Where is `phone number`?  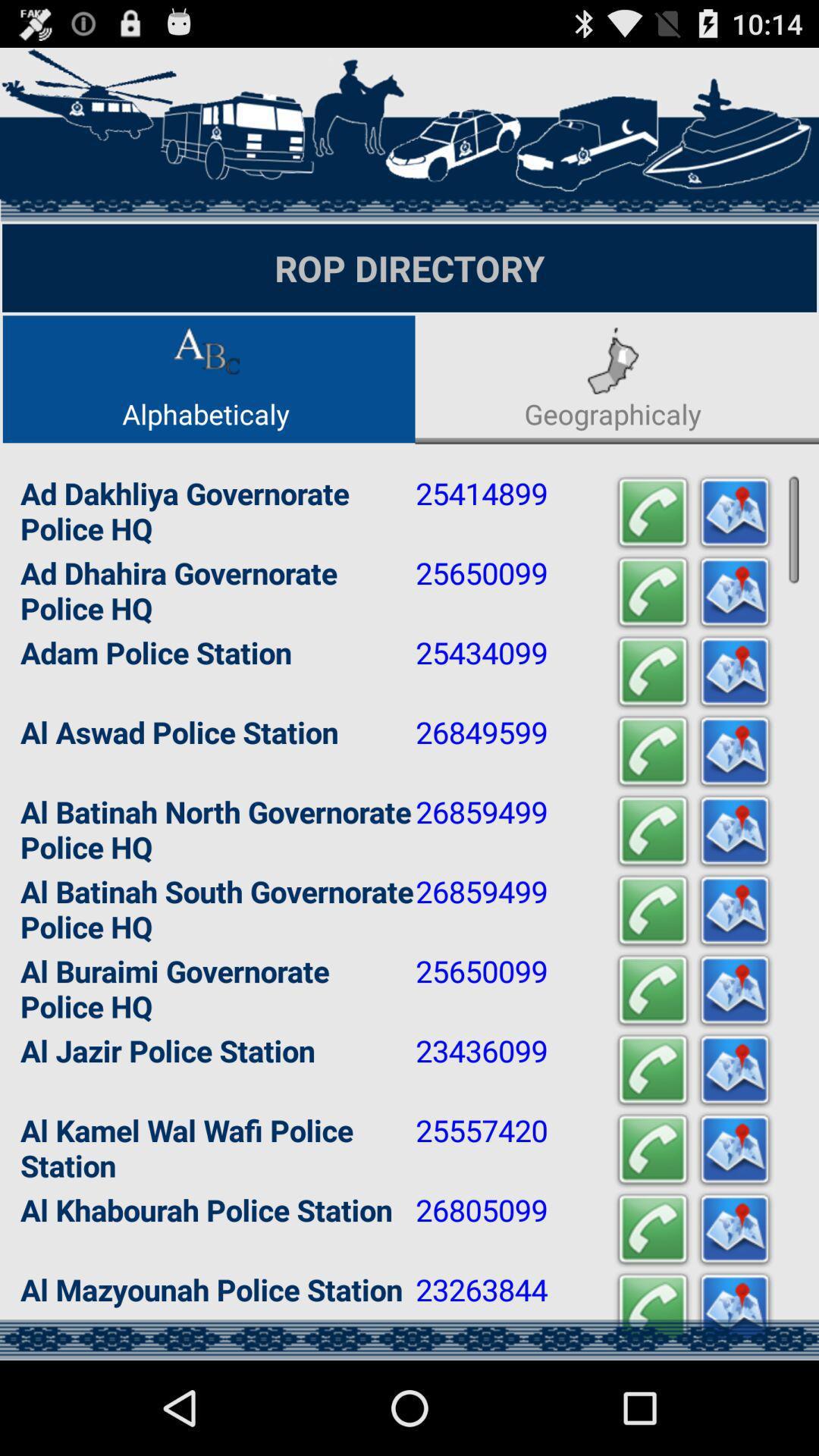 phone number is located at coordinates (651, 1069).